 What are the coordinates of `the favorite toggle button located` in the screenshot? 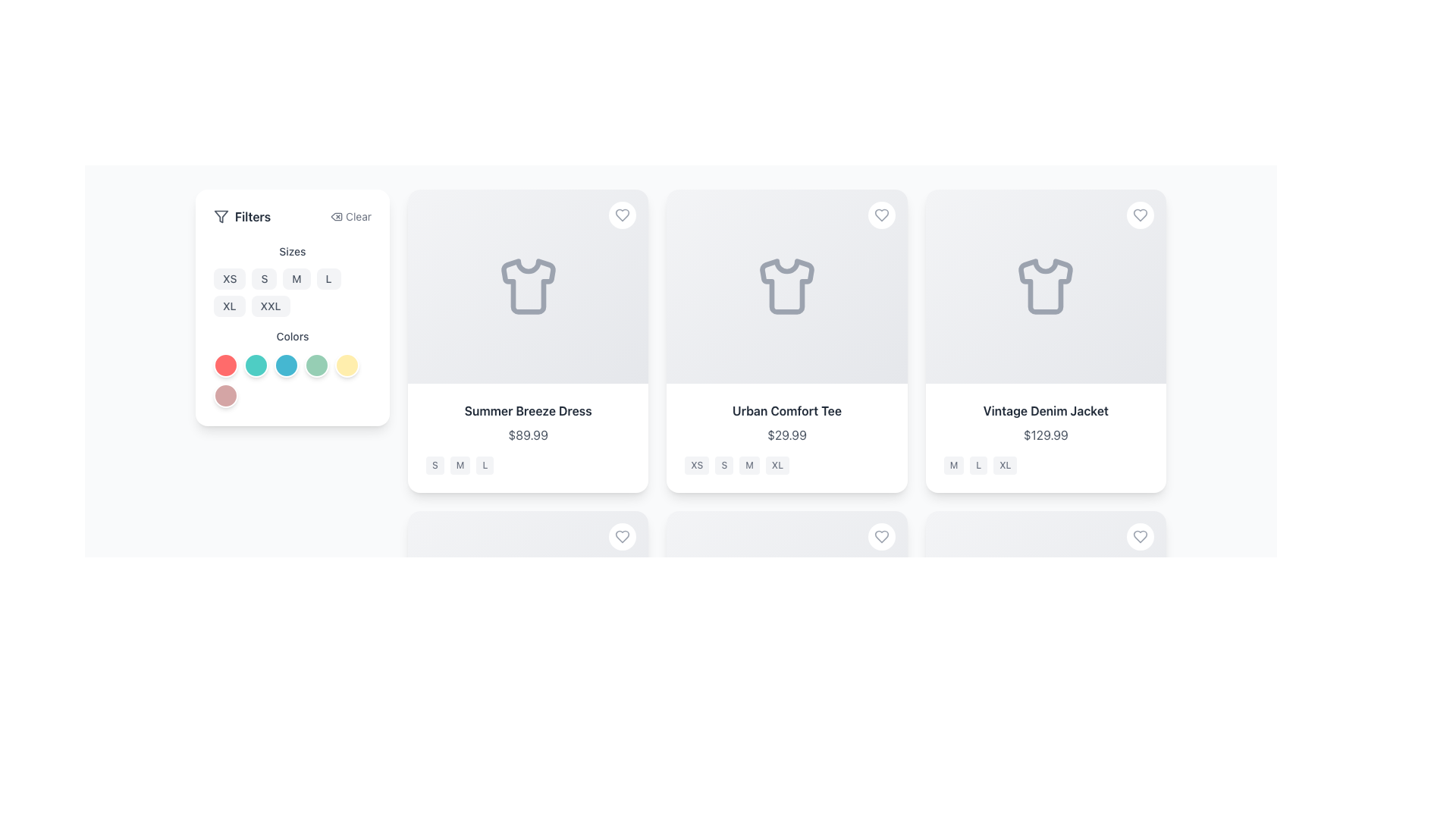 It's located at (1140, 215).